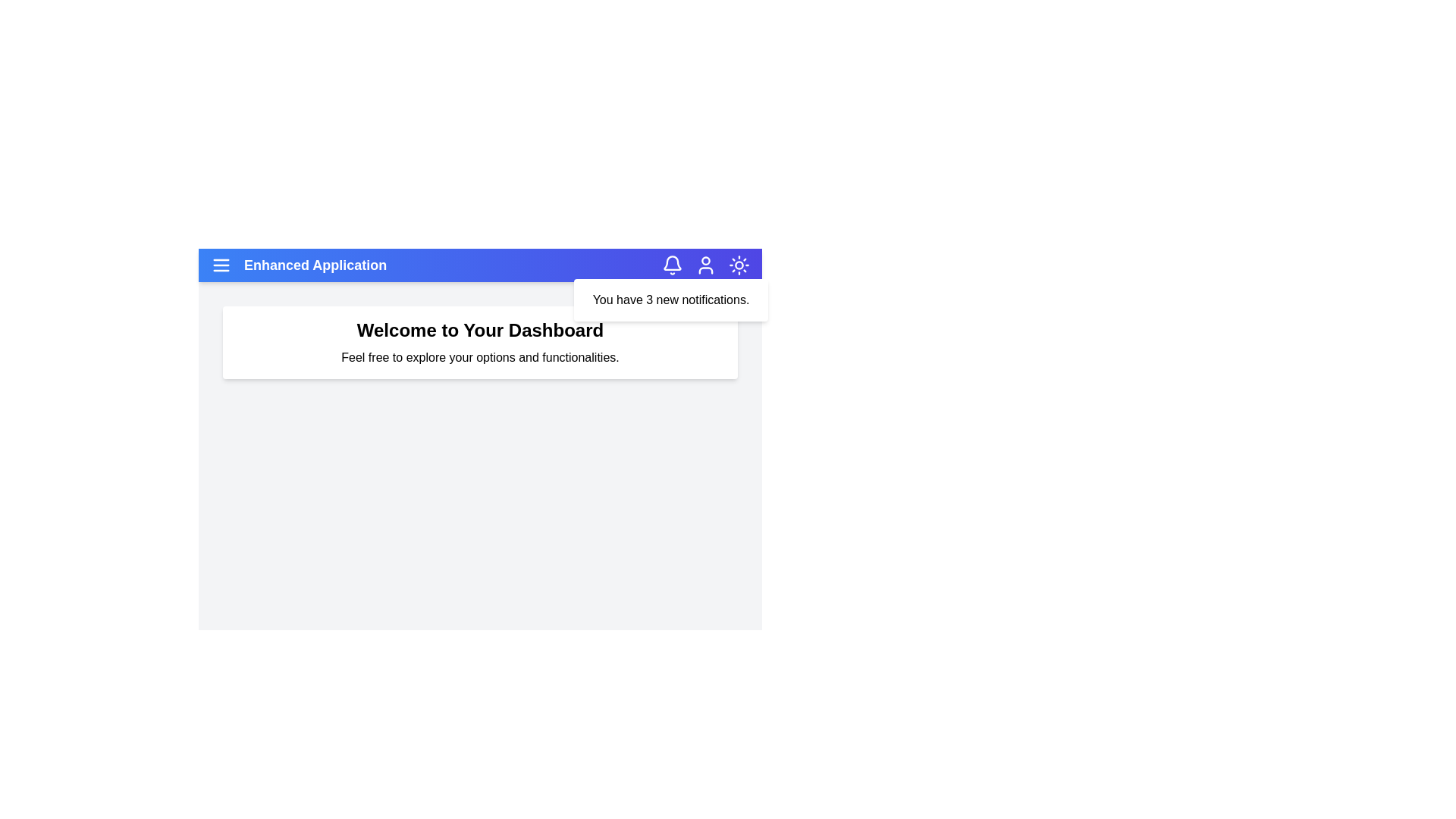  I want to click on the bell icon to toggle the visibility of the notifications, so click(672, 265).